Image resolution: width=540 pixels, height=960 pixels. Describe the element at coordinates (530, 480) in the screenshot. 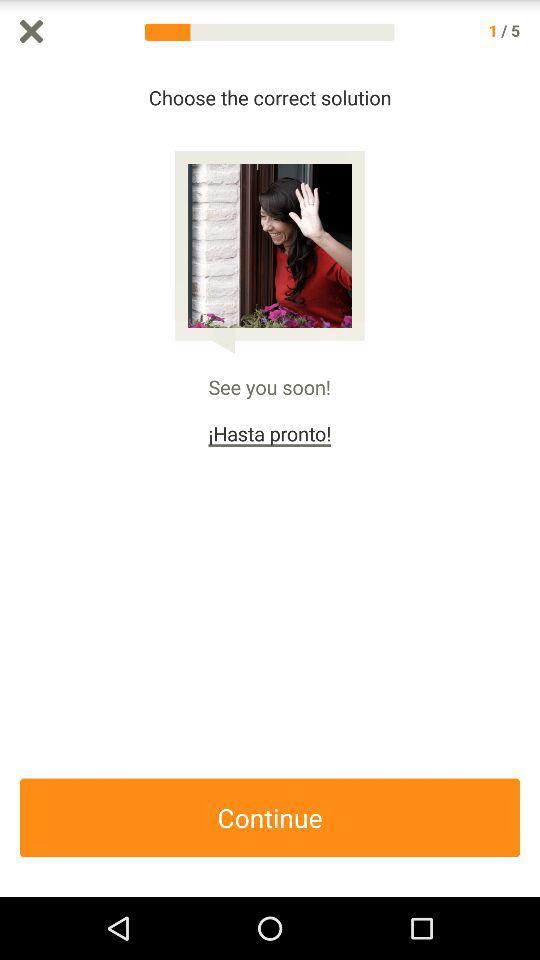

I see `item below 5` at that location.